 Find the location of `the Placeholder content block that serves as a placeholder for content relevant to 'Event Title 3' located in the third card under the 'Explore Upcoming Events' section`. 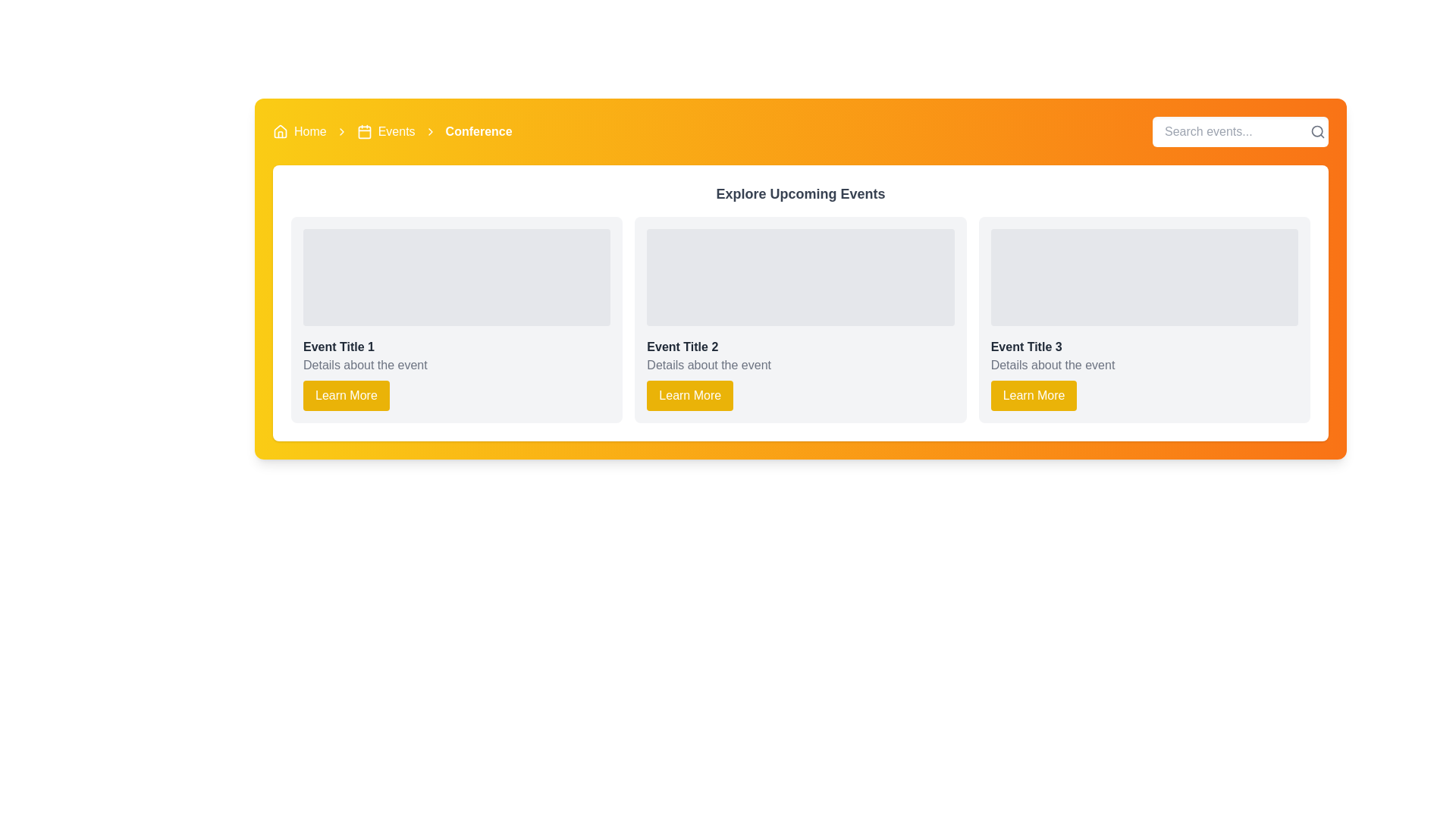

the Placeholder content block that serves as a placeholder for content relevant to 'Event Title 3' located in the third card under the 'Explore Upcoming Events' section is located at coordinates (1144, 278).